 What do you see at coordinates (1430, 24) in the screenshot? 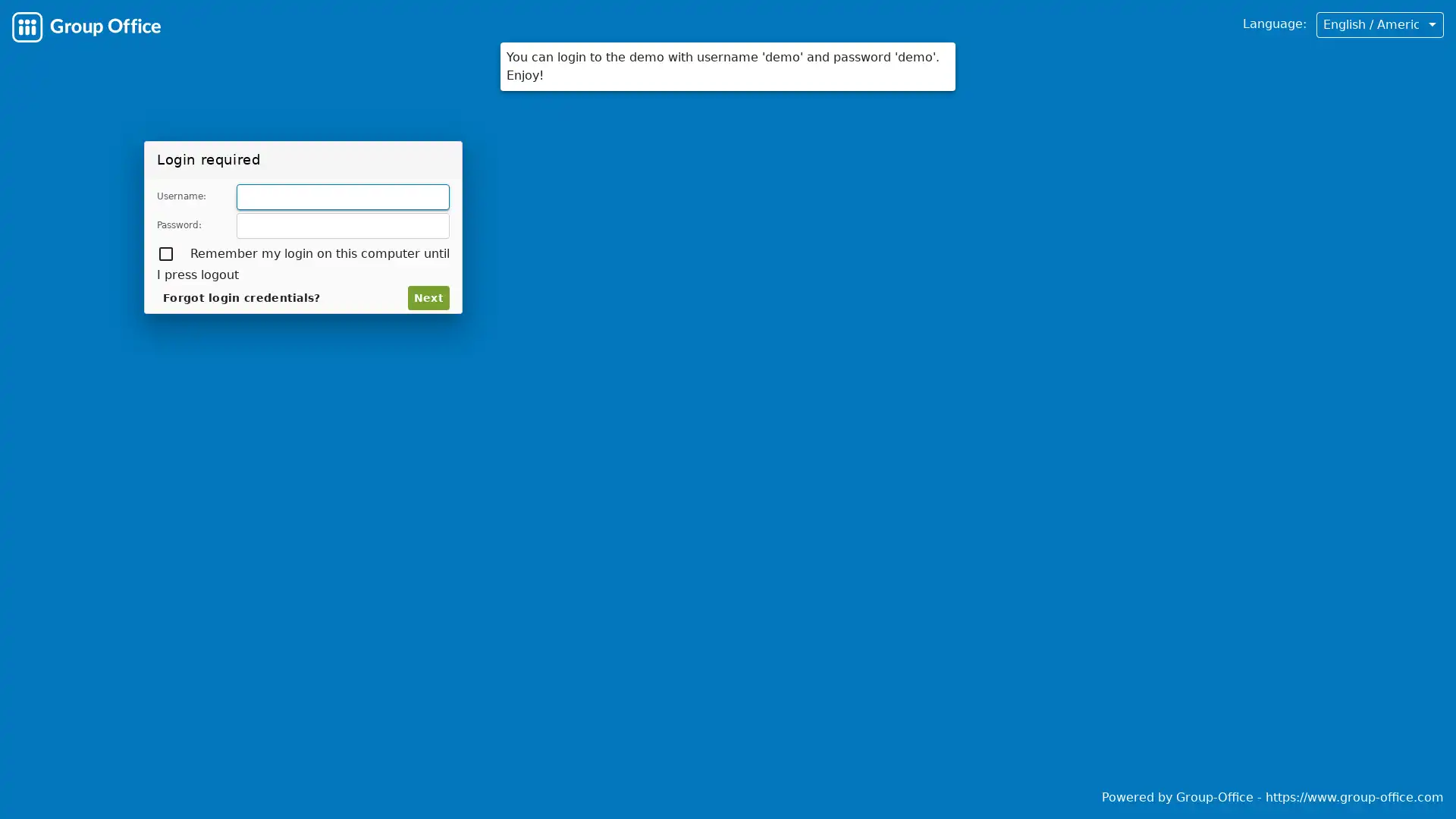
I see `arrow_drop_down` at bounding box center [1430, 24].